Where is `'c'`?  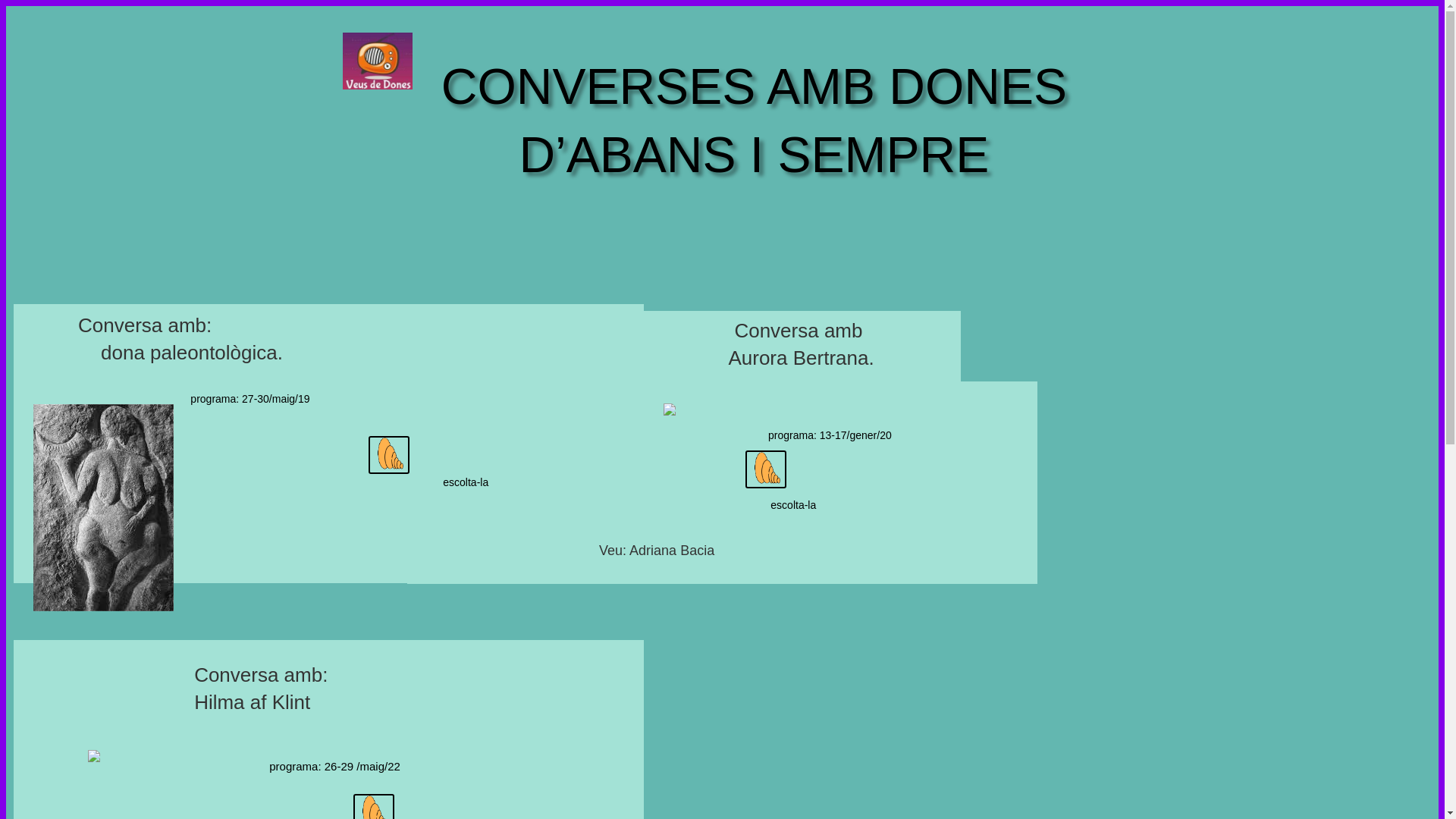 'c' is located at coordinates (745, 468).